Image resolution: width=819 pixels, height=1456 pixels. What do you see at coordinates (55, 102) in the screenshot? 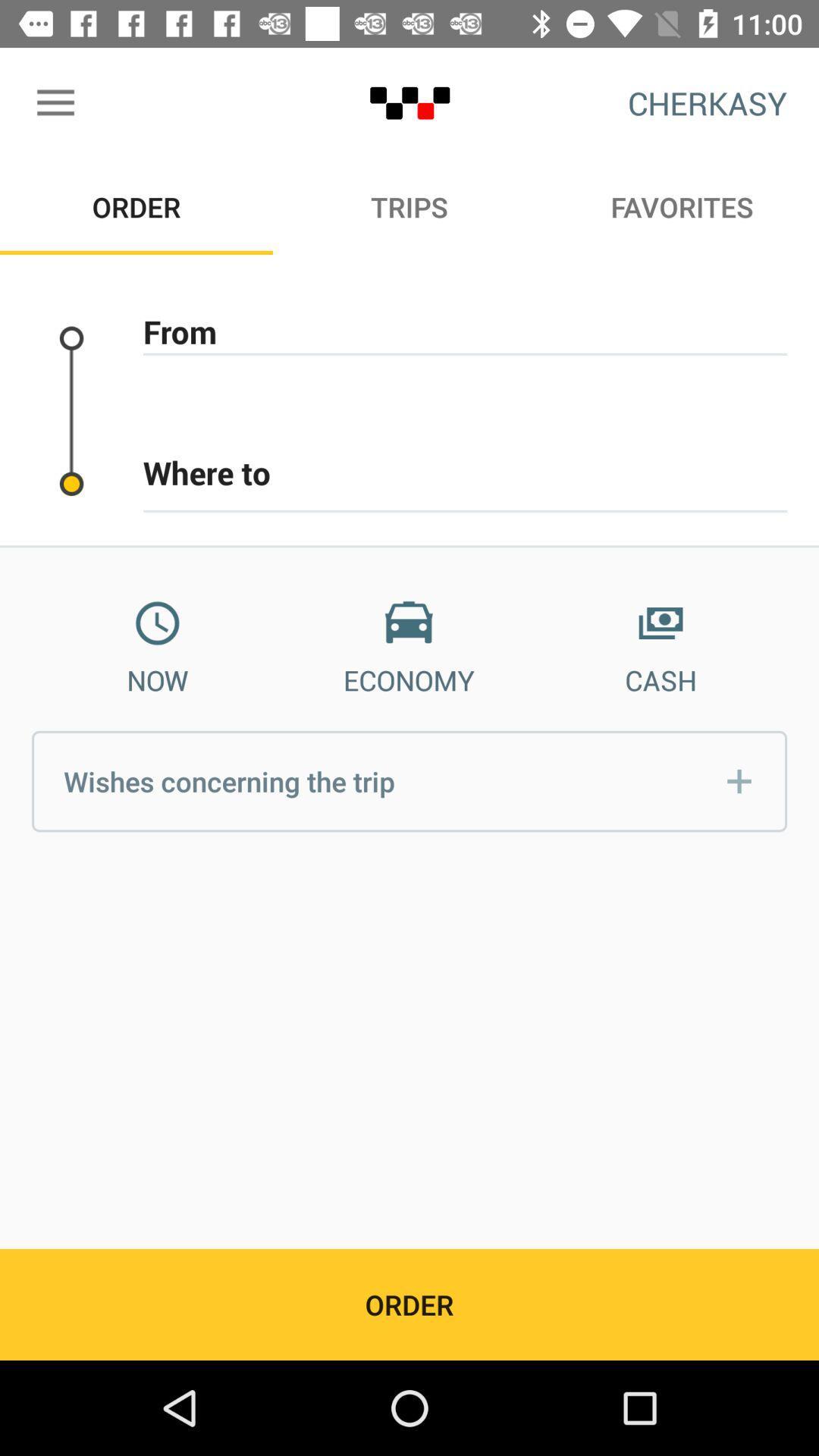
I see `the icon above order` at bounding box center [55, 102].